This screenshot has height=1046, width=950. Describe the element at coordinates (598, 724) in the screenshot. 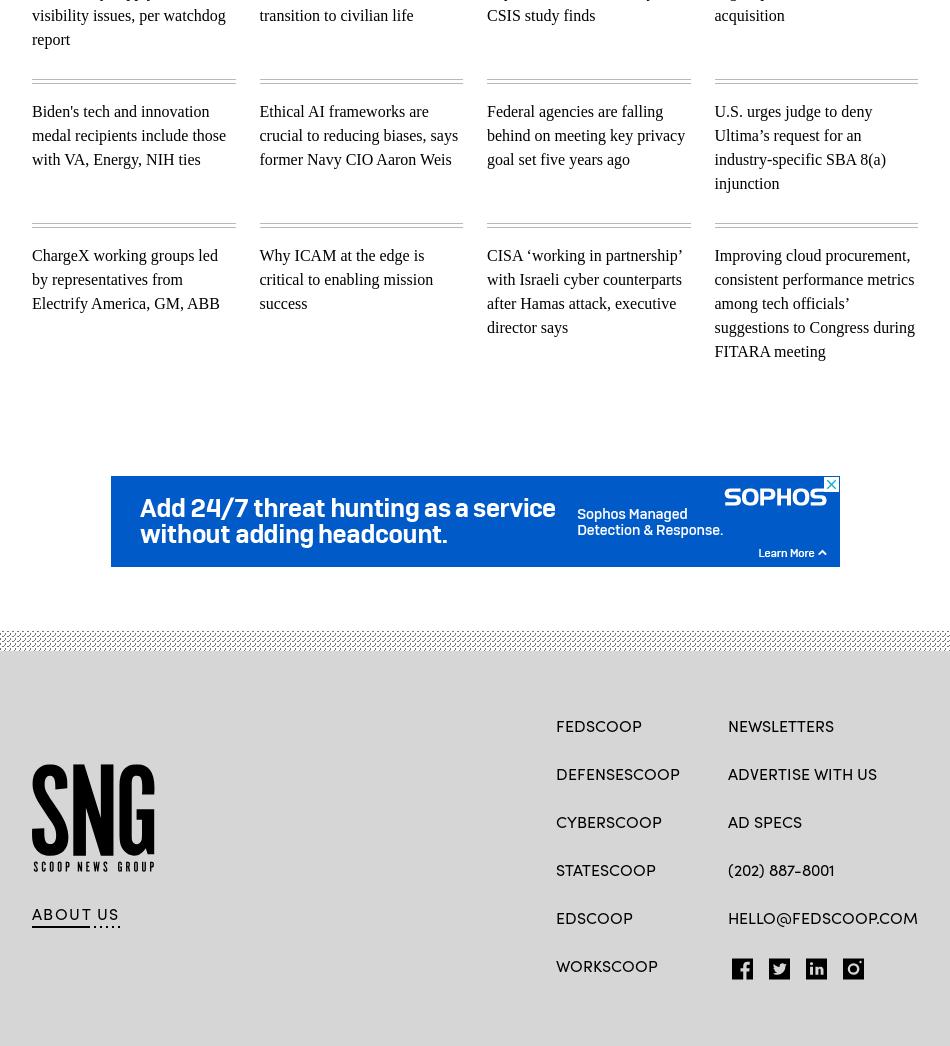

I see `'FedScoop'` at that location.